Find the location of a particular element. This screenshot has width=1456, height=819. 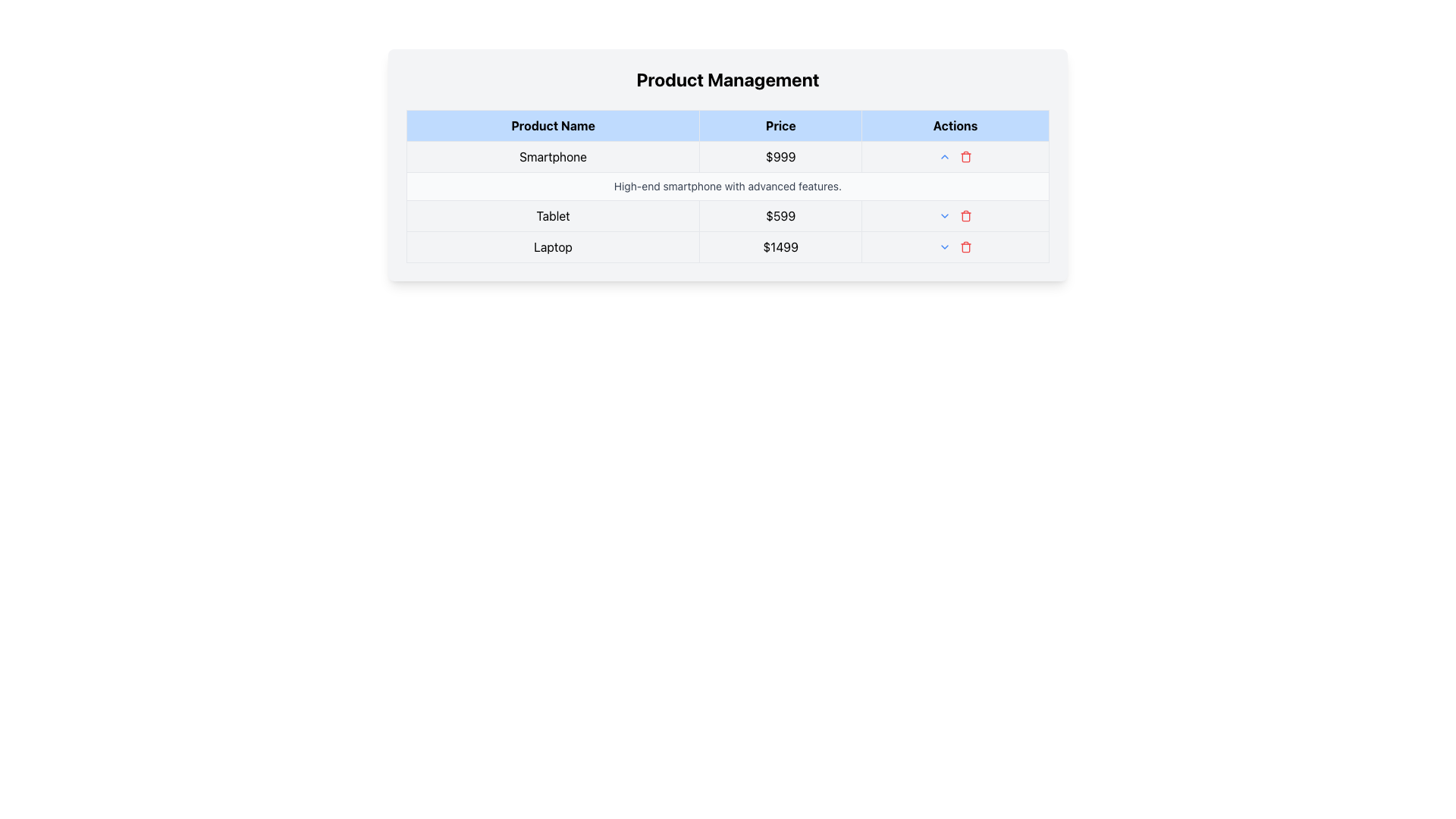

the Text Label element displaying the price '$1499' in the last row of the table under the 'Price' column is located at coordinates (780, 246).